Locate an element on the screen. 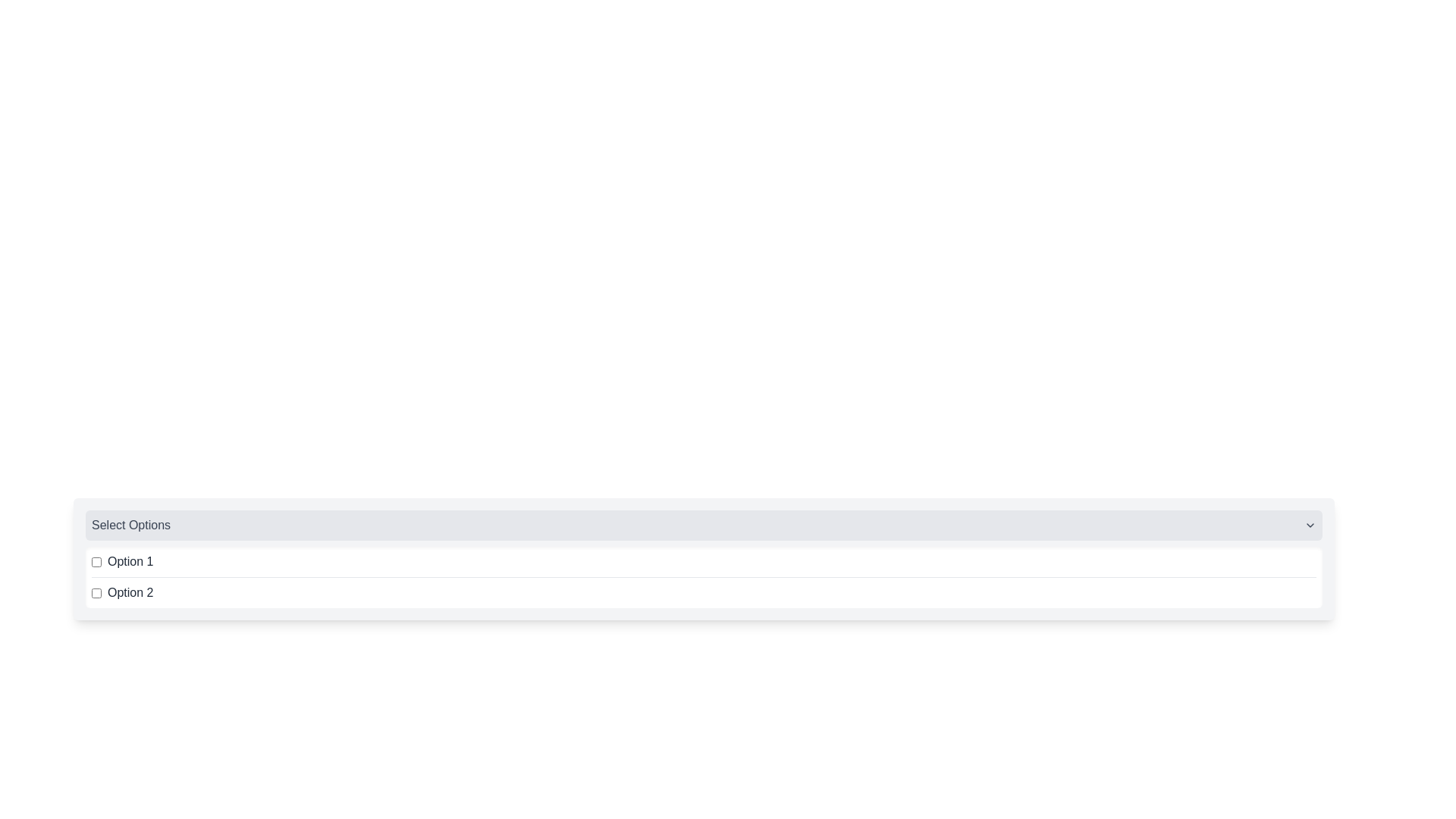  the text label displaying 'Option 1' is located at coordinates (130, 561).